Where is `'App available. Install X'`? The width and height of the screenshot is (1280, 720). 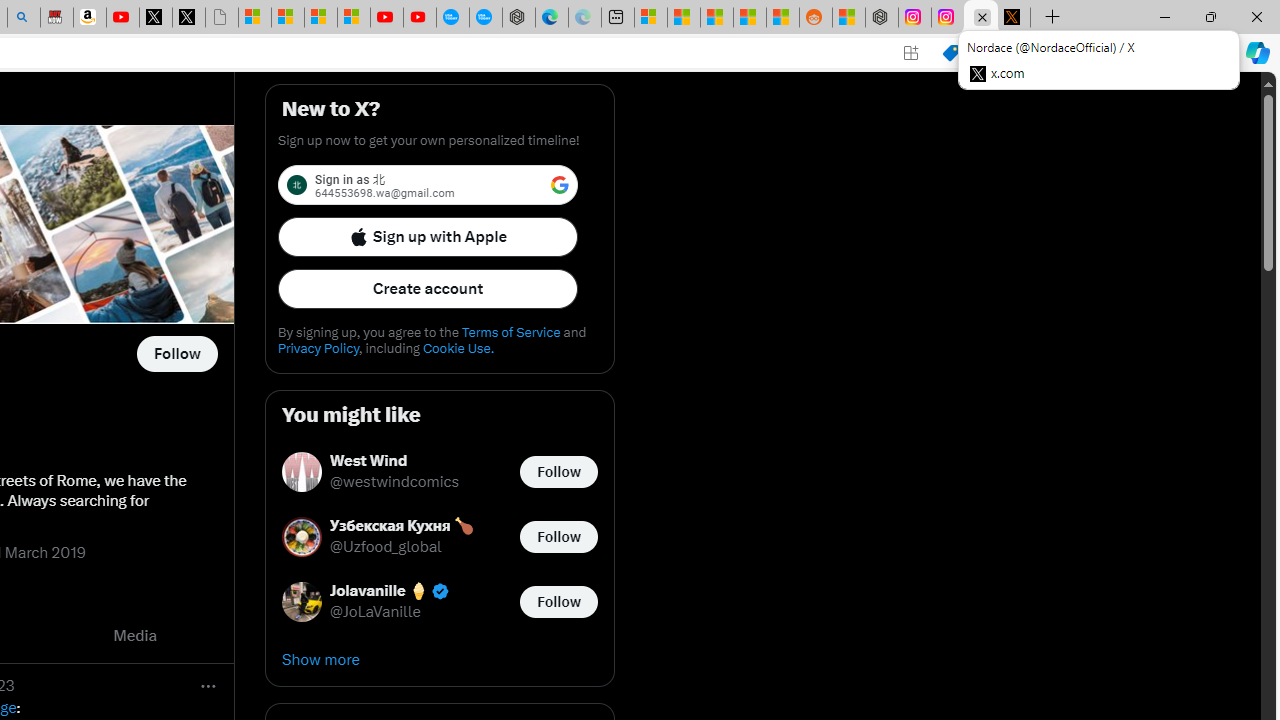
'App available. Install X' is located at coordinates (909, 52).